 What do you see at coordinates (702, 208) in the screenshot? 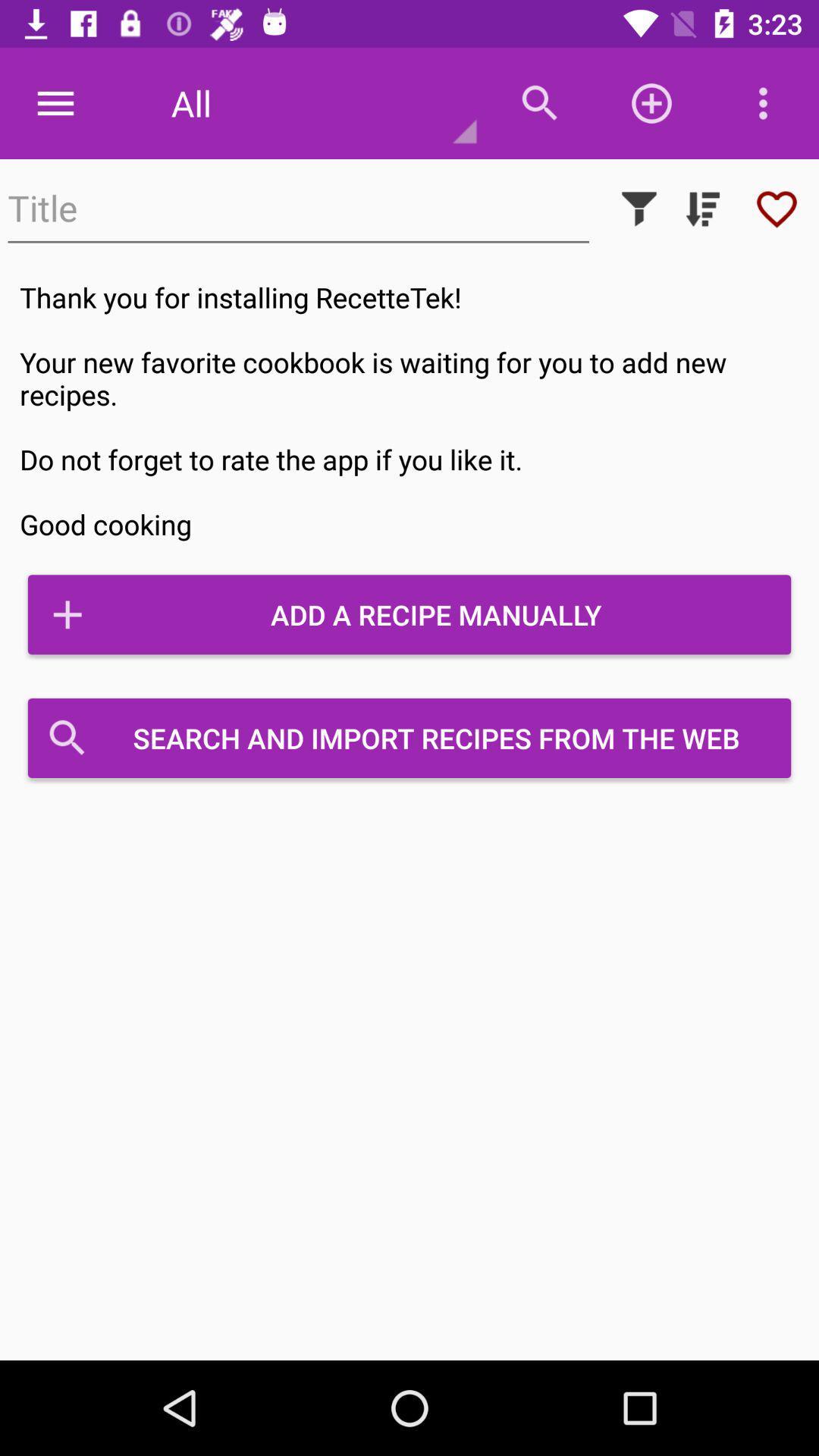
I see `recipe list` at bounding box center [702, 208].